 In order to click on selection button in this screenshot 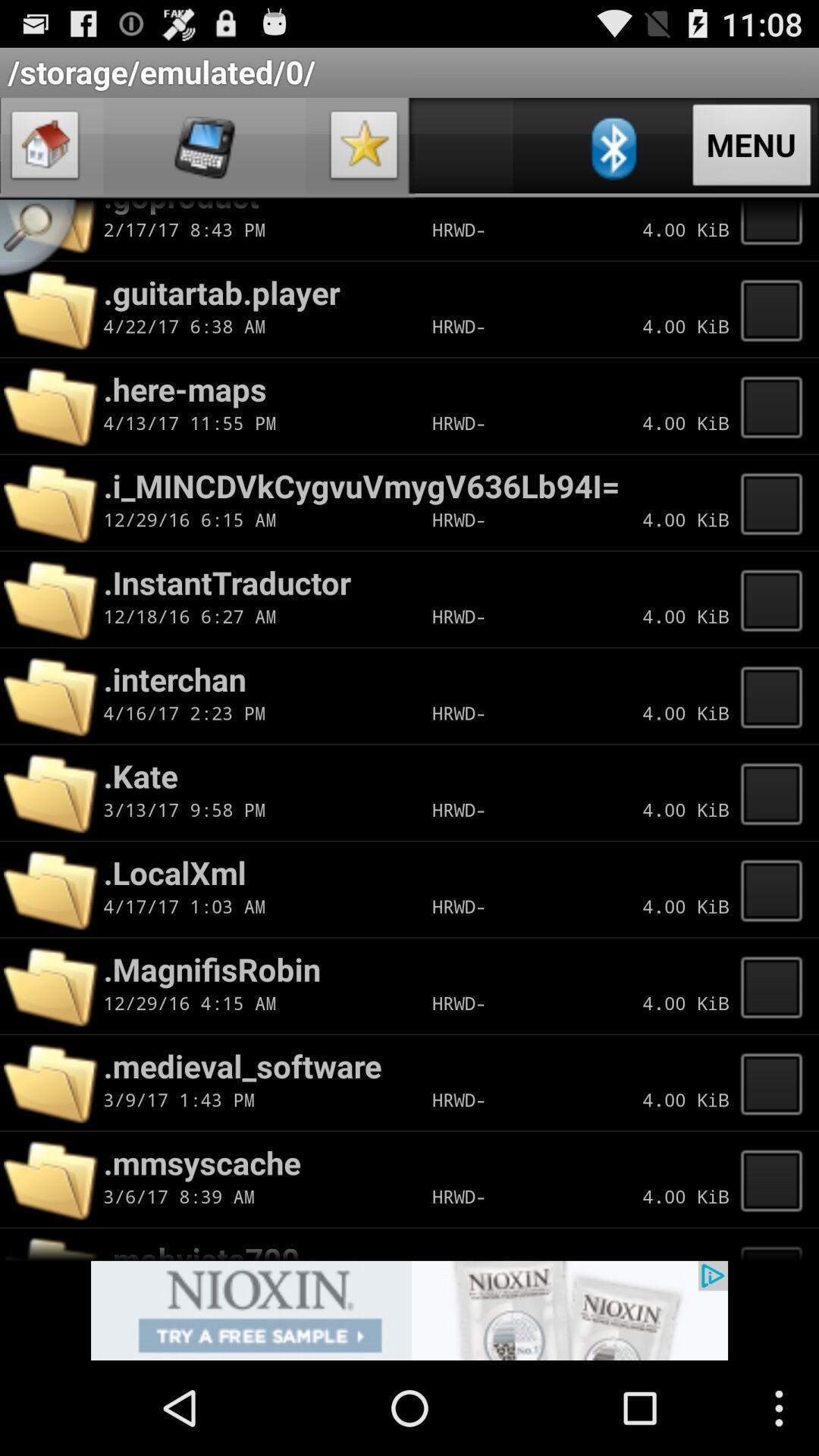, I will do `click(776, 1178)`.